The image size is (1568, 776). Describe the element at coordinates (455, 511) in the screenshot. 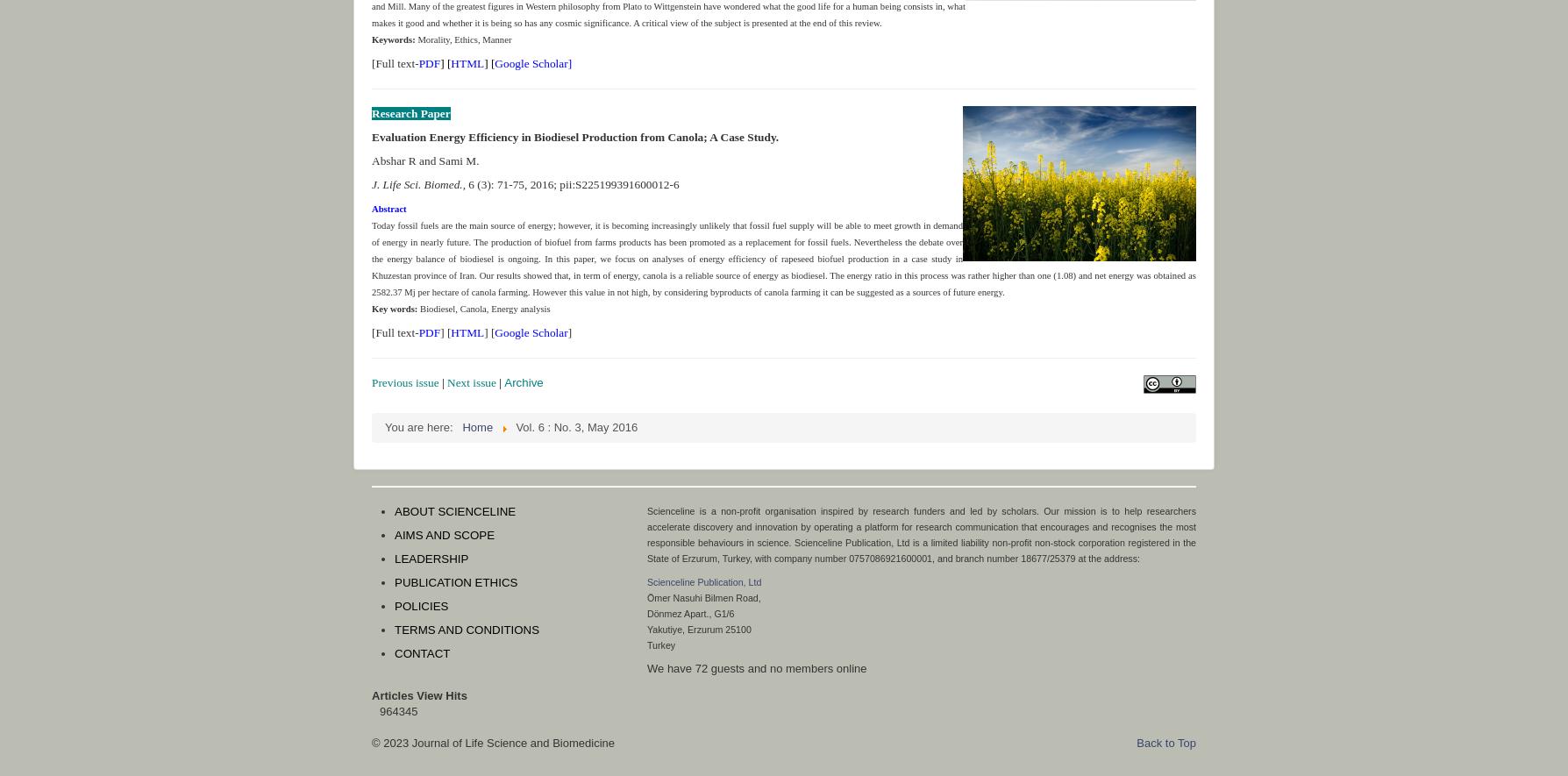

I see `'ABOUT SCIENCELINE'` at that location.